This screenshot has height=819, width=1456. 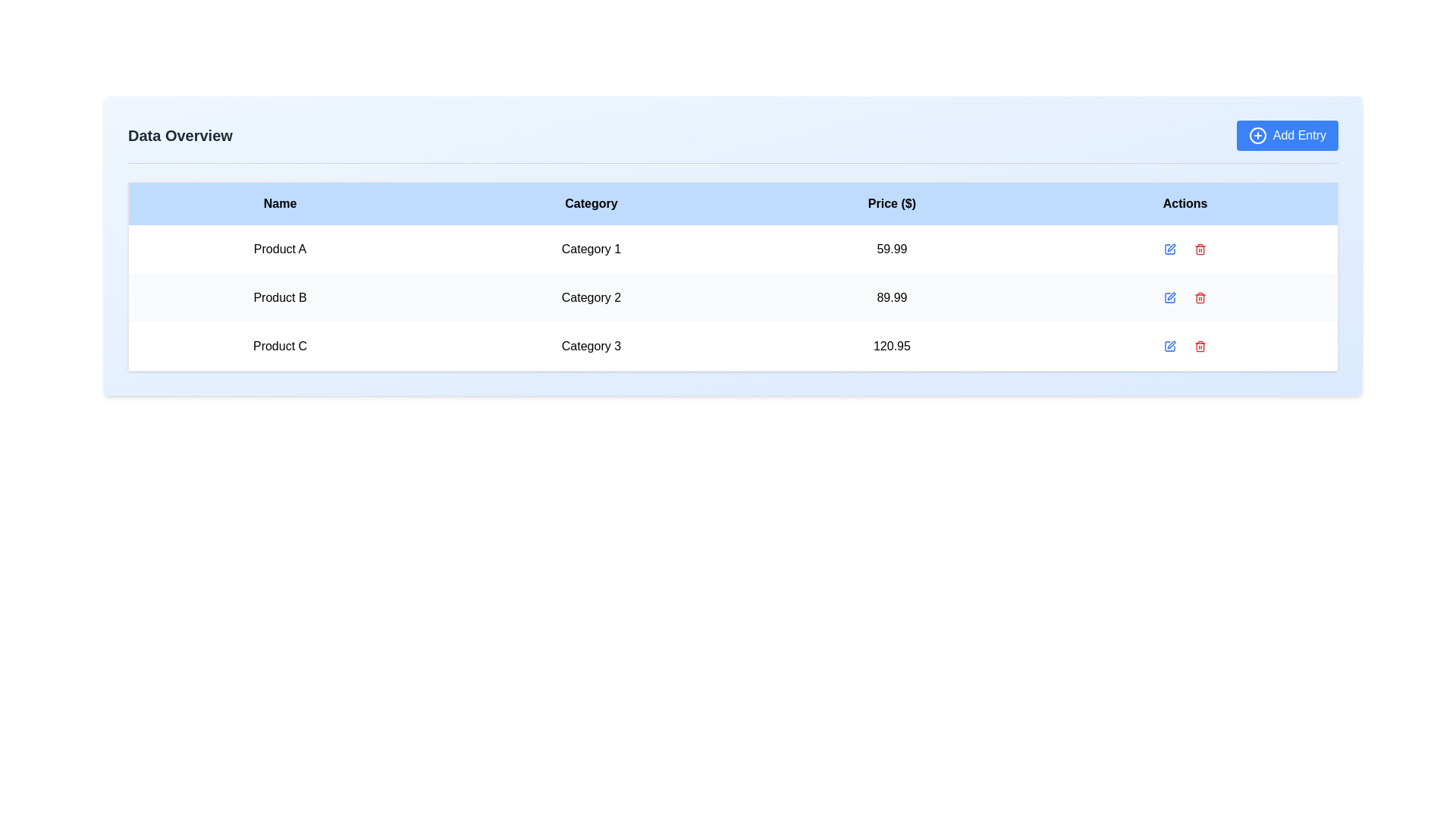 What do you see at coordinates (1171, 247) in the screenshot?
I see `the icon representing the editing action in the 'Actions' column of the first row following 'Product A'` at bounding box center [1171, 247].